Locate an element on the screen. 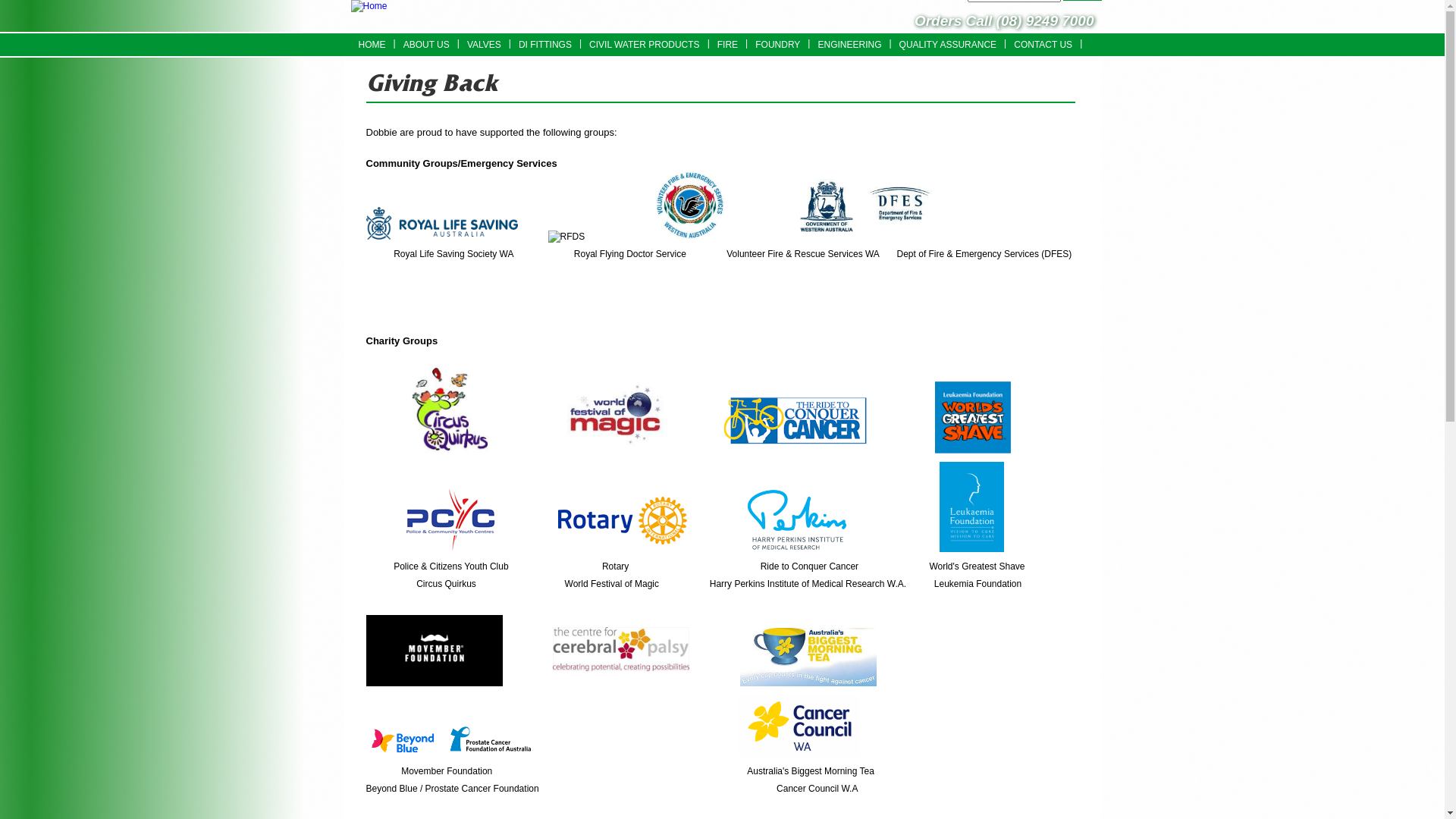  'Greatest Shave' is located at coordinates (972, 418).